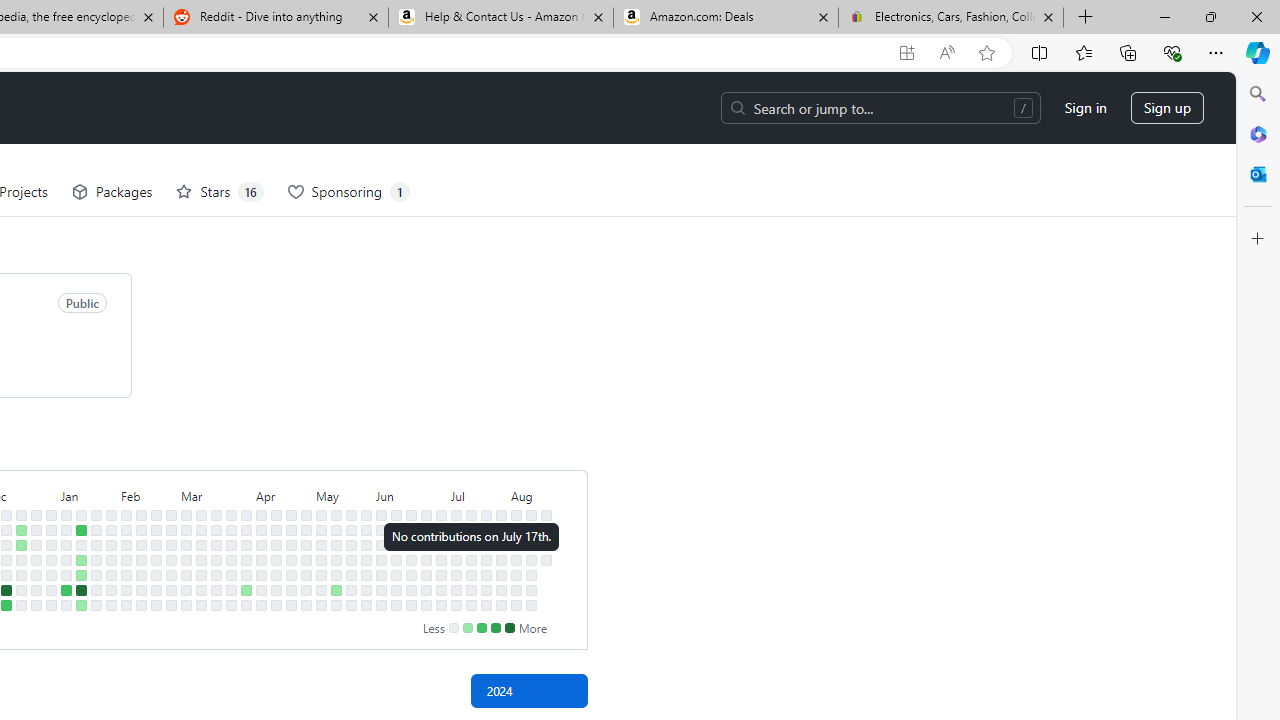  I want to click on 'No contributions on March 20th.', so click(216, 559).